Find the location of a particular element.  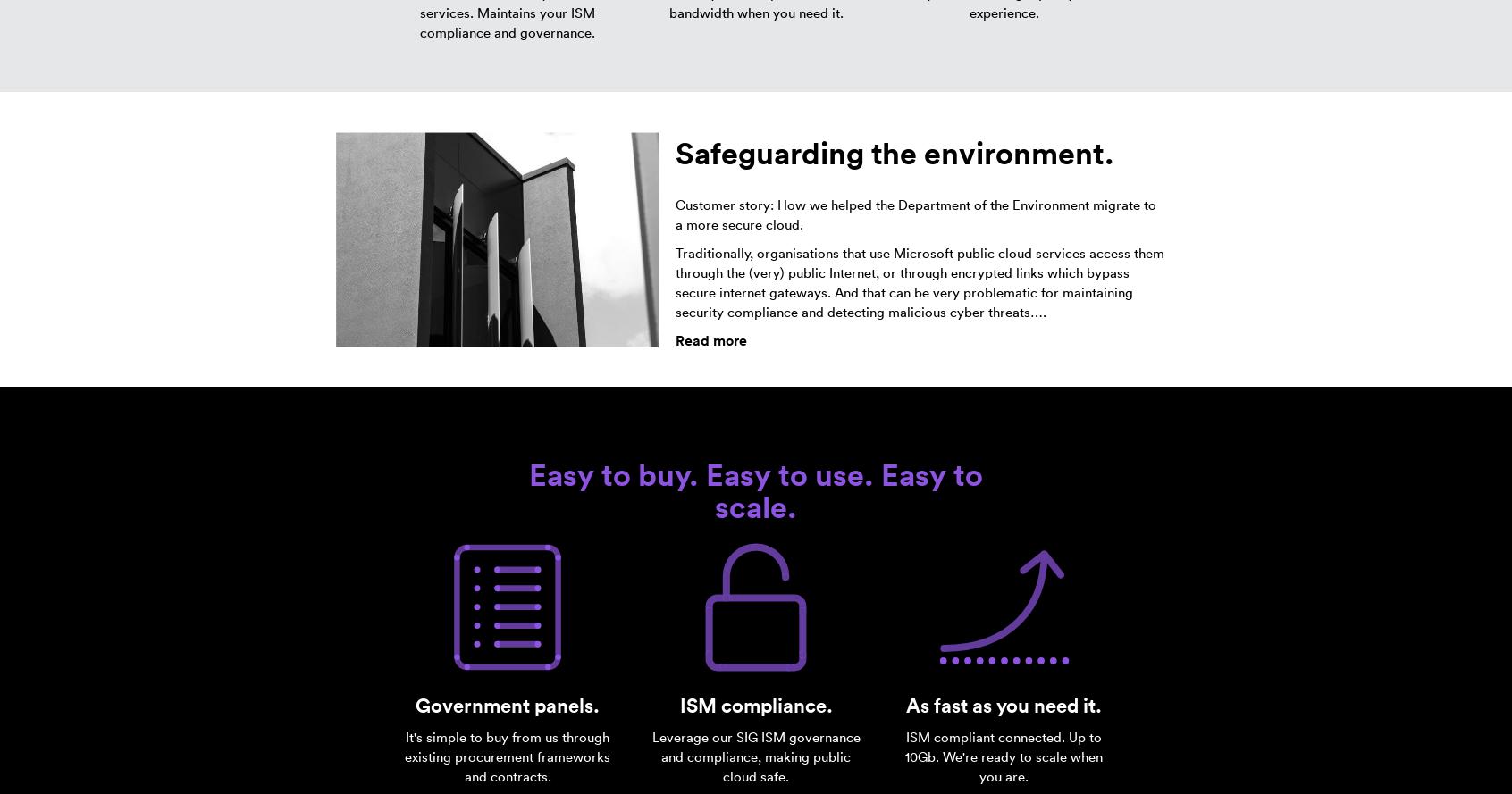

'Read more' is located at coordinates (710, 340).